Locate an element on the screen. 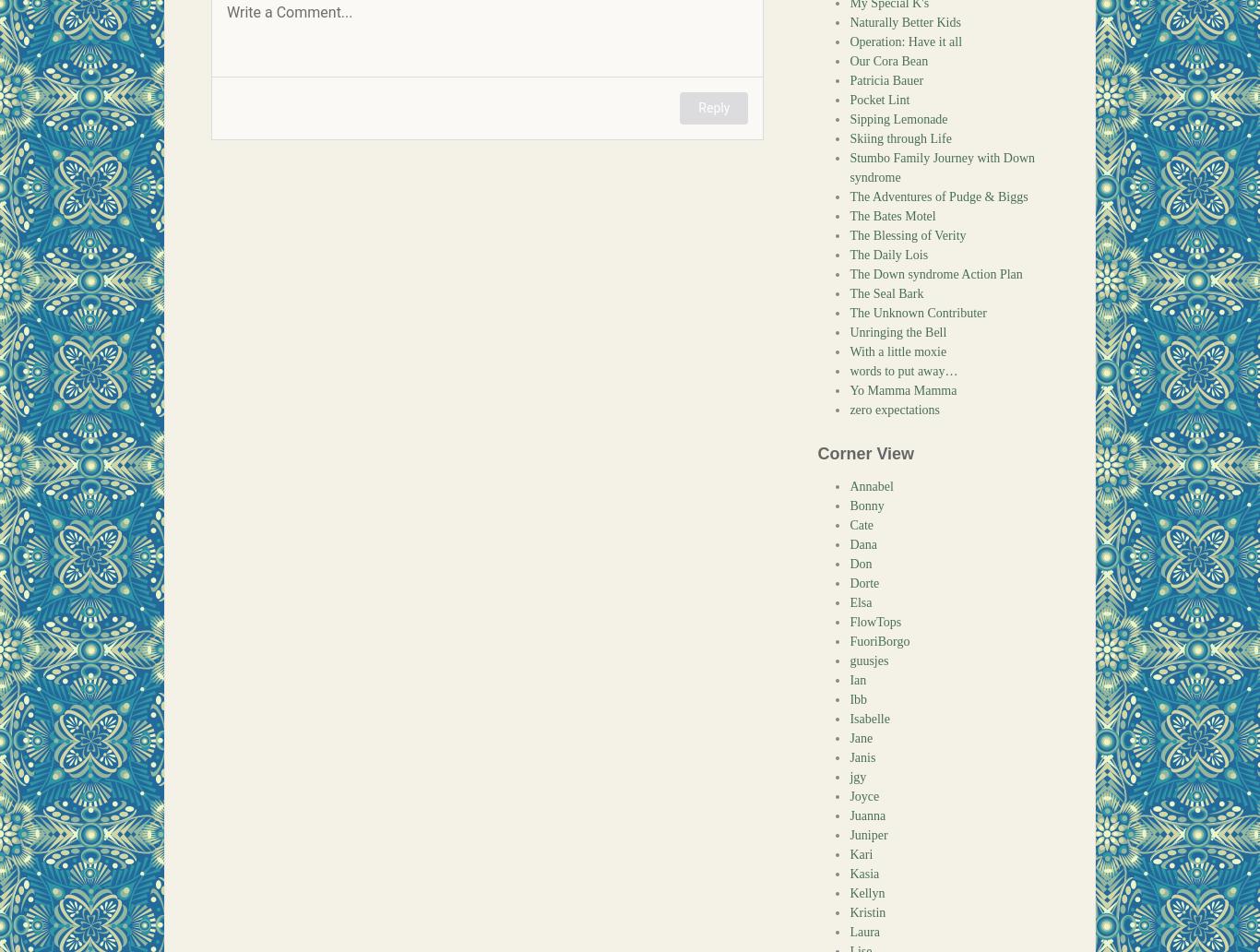 The height and width of the screenshot is (952, 1260). 'Corner View' is located at coordinates (815, 452).